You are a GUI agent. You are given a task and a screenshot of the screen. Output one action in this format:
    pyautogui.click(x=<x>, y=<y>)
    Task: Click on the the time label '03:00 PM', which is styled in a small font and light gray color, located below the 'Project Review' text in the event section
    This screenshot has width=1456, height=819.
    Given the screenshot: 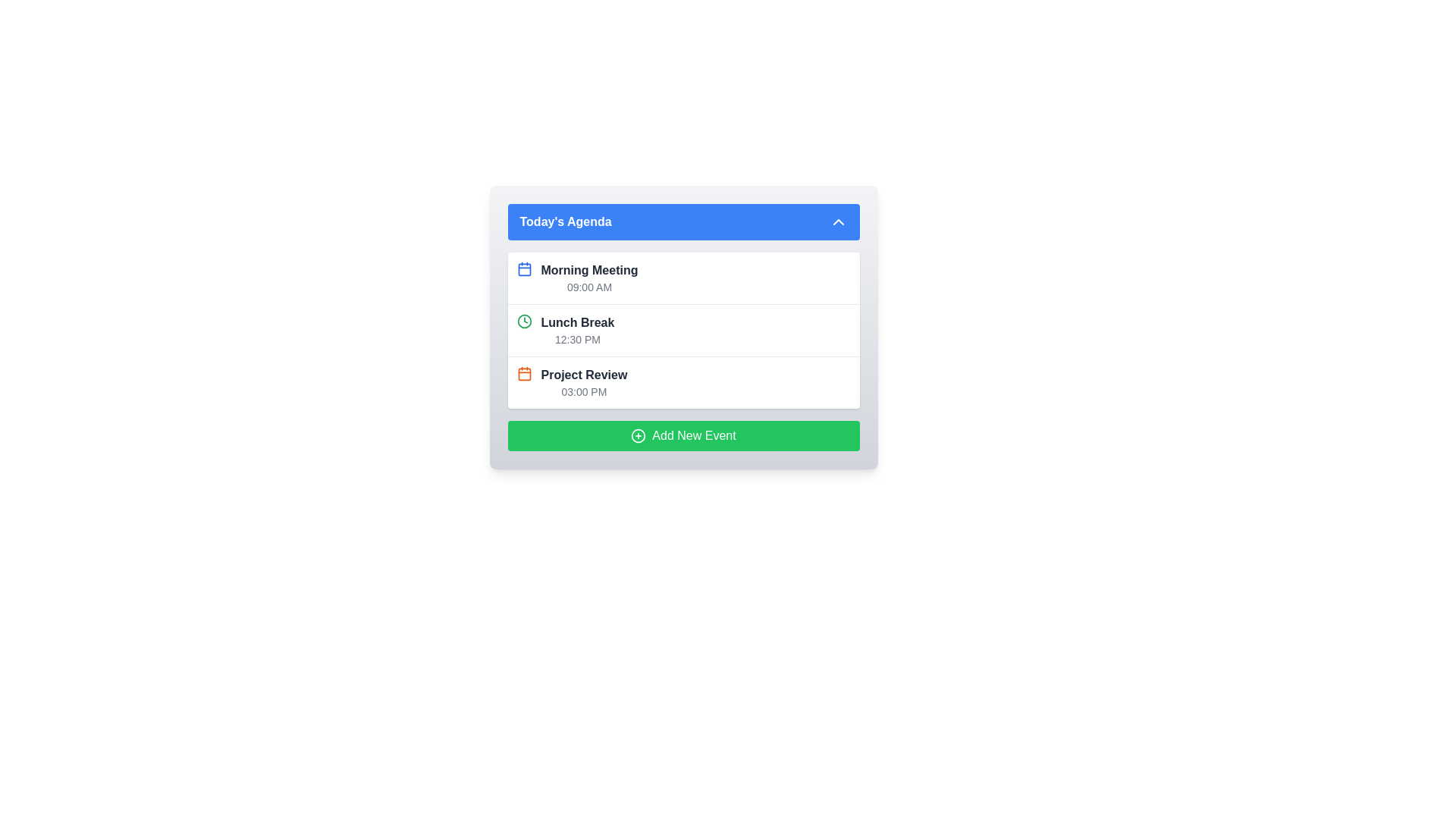 What is the action you would take?
    pyautogui.click(x=583, y=391)
    